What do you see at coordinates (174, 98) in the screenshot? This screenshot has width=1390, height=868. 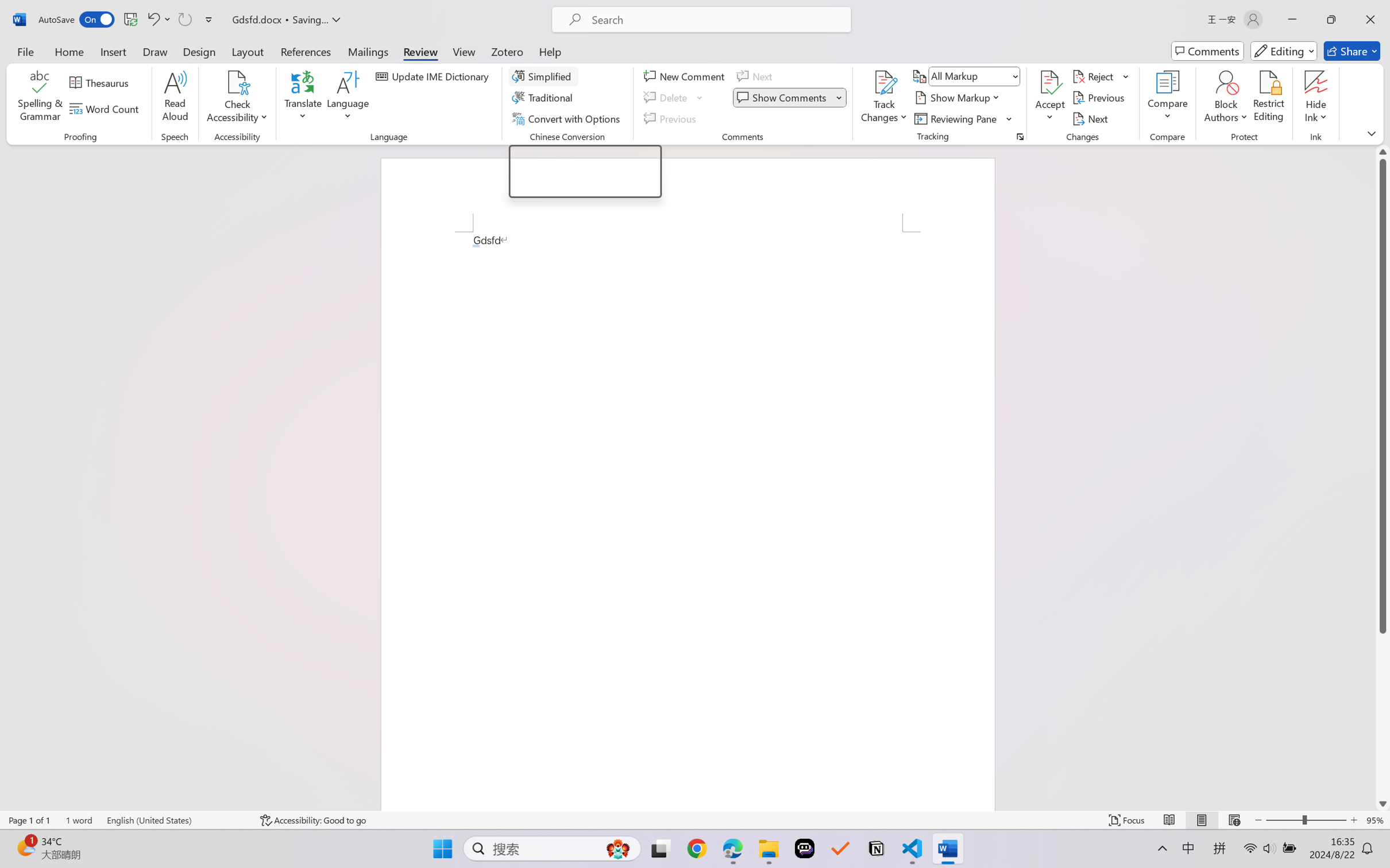 I see `'Read Aloud'` at bounding box center [174, 98].